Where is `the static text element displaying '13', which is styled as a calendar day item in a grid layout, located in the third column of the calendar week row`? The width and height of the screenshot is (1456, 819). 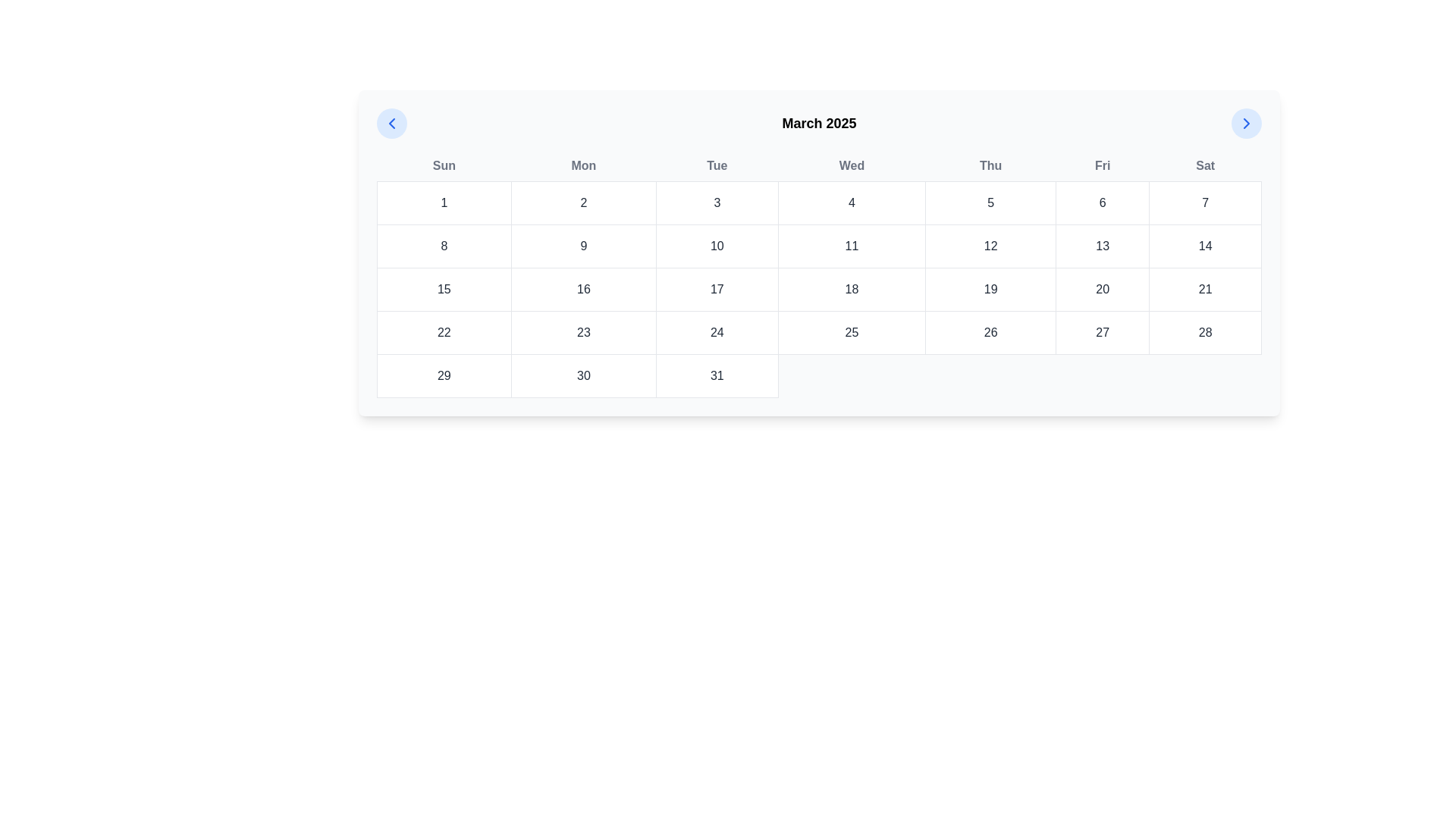 the static text element displaying '13', which is styled as a calendar day item in a grid layout, located in the third column of the calendar week row is located at coordinates (1103, 245).